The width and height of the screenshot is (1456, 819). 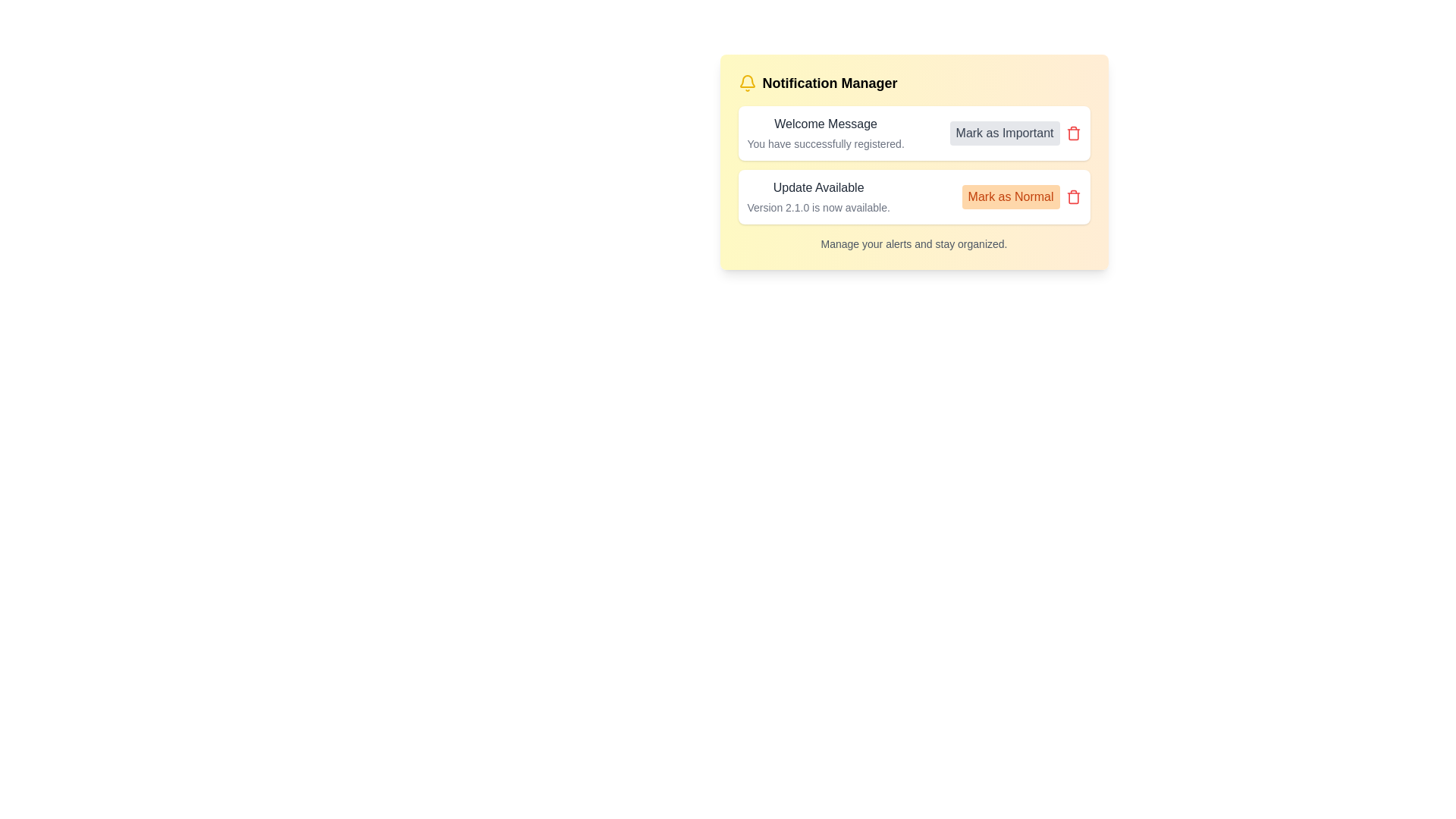 What do you see at coordinates (1015, 133) in the screenshot?
I see `the button located to the right of the 'Welcome Message' text to mark the associated notification as important` at bounding box center [1015, 133].